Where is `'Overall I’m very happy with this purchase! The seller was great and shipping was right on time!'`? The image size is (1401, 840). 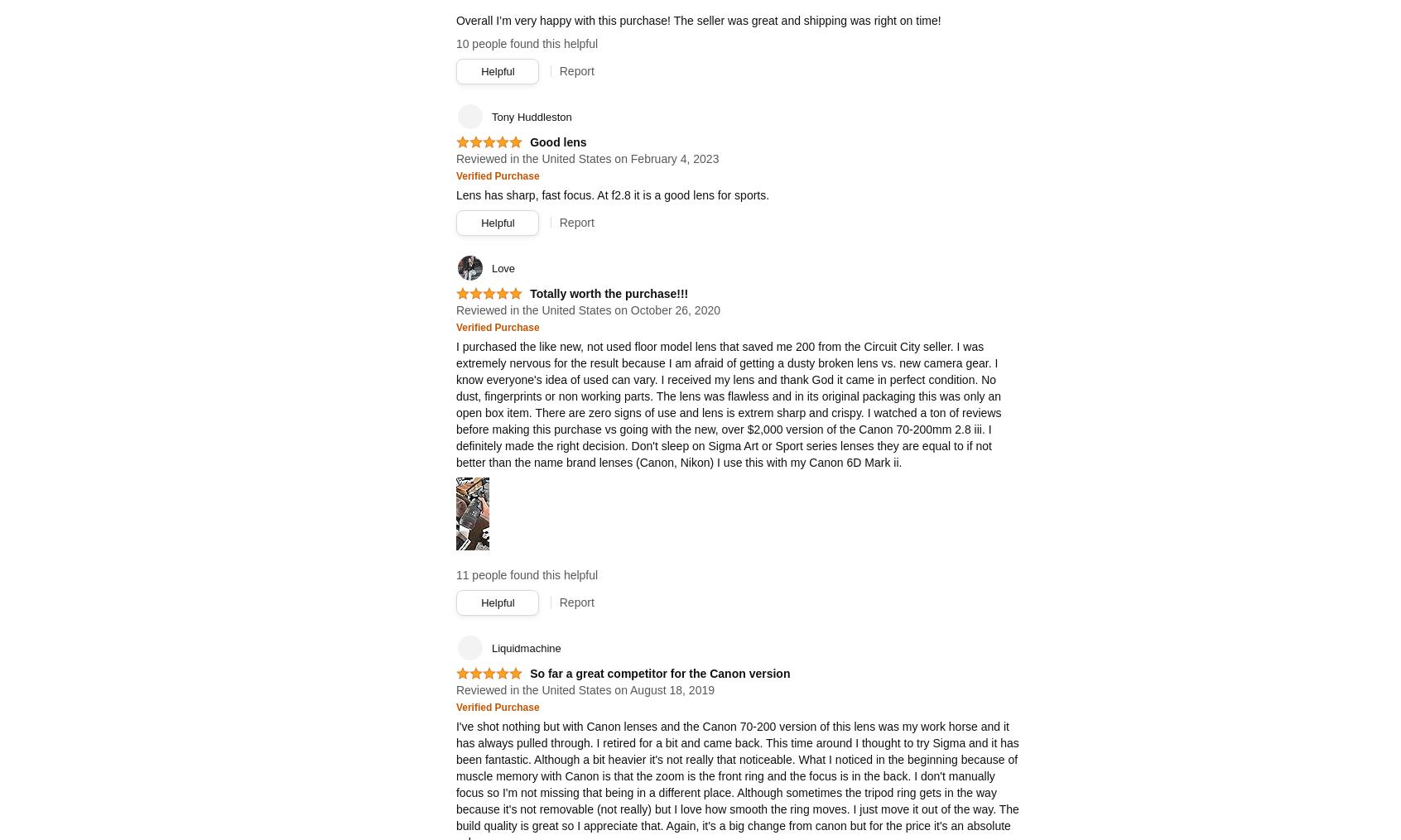
'Overall I’m very happy with this purchase! The seller was great and shipping was right on time!' is located at coordinates (697, 19).